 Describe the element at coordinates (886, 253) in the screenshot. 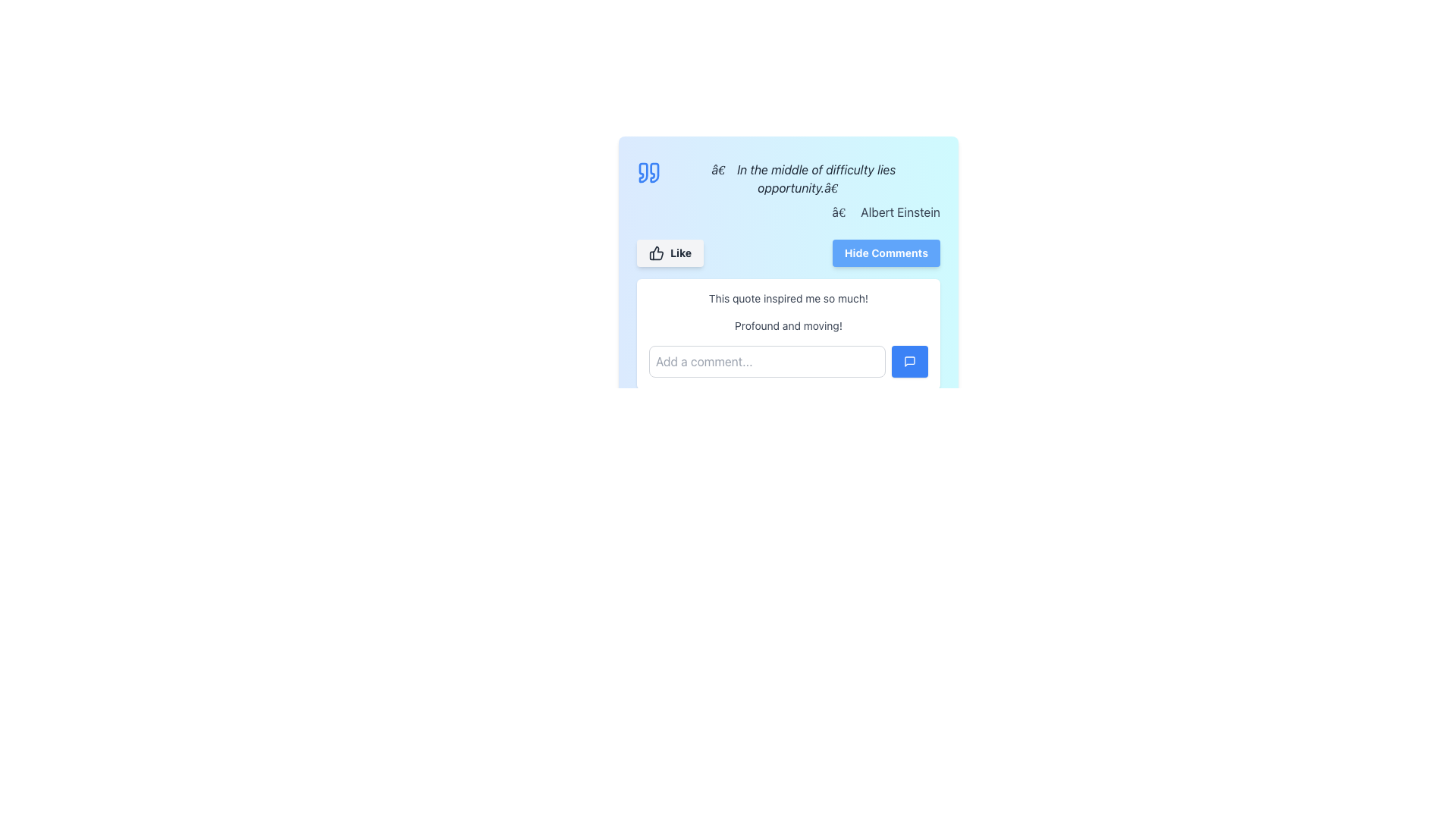

I see `the rectangular button with a blue background and white bold text reading 'Hide Comments' located in the upper-right portion of the card to hide comments` at that location.